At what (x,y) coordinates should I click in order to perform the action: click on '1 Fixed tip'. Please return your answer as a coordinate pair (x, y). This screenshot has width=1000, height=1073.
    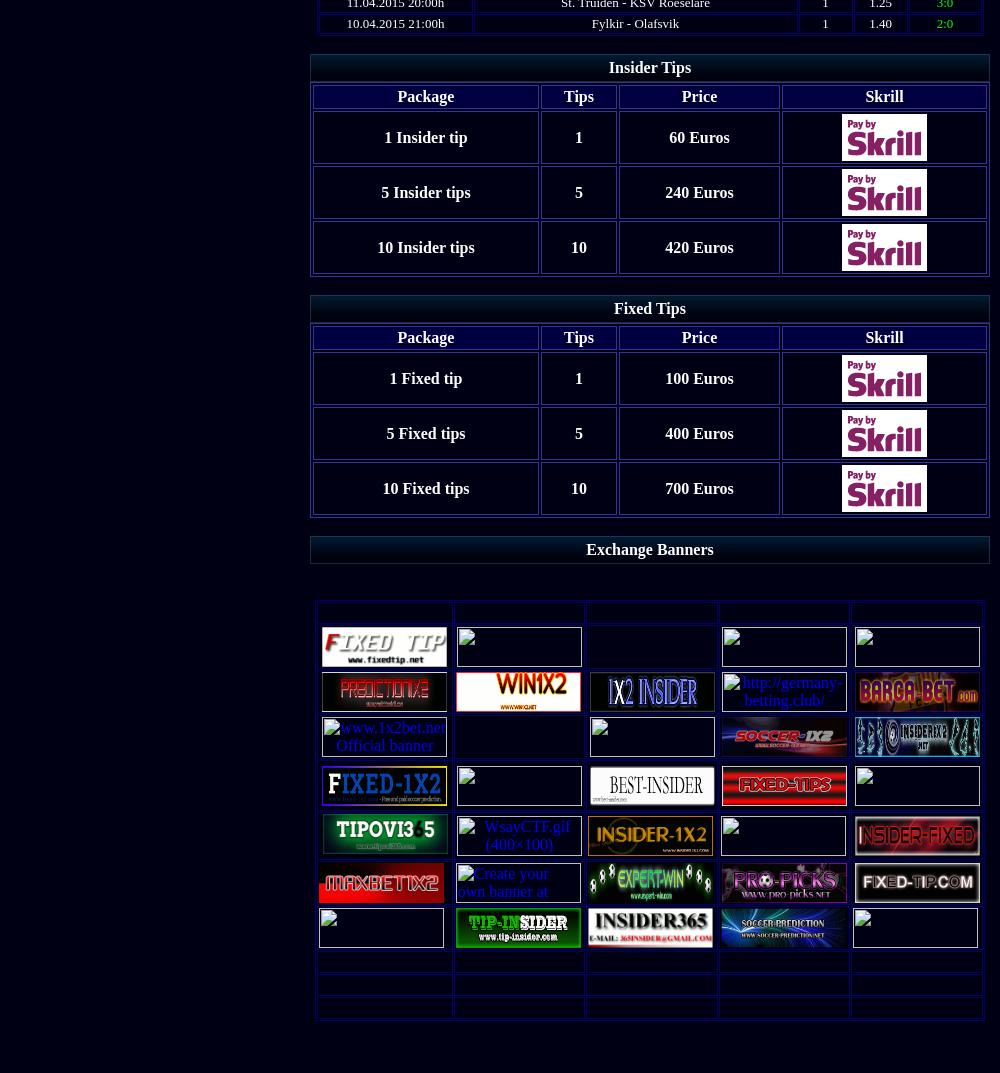
    Looking at the image, I should click on (389, 376).